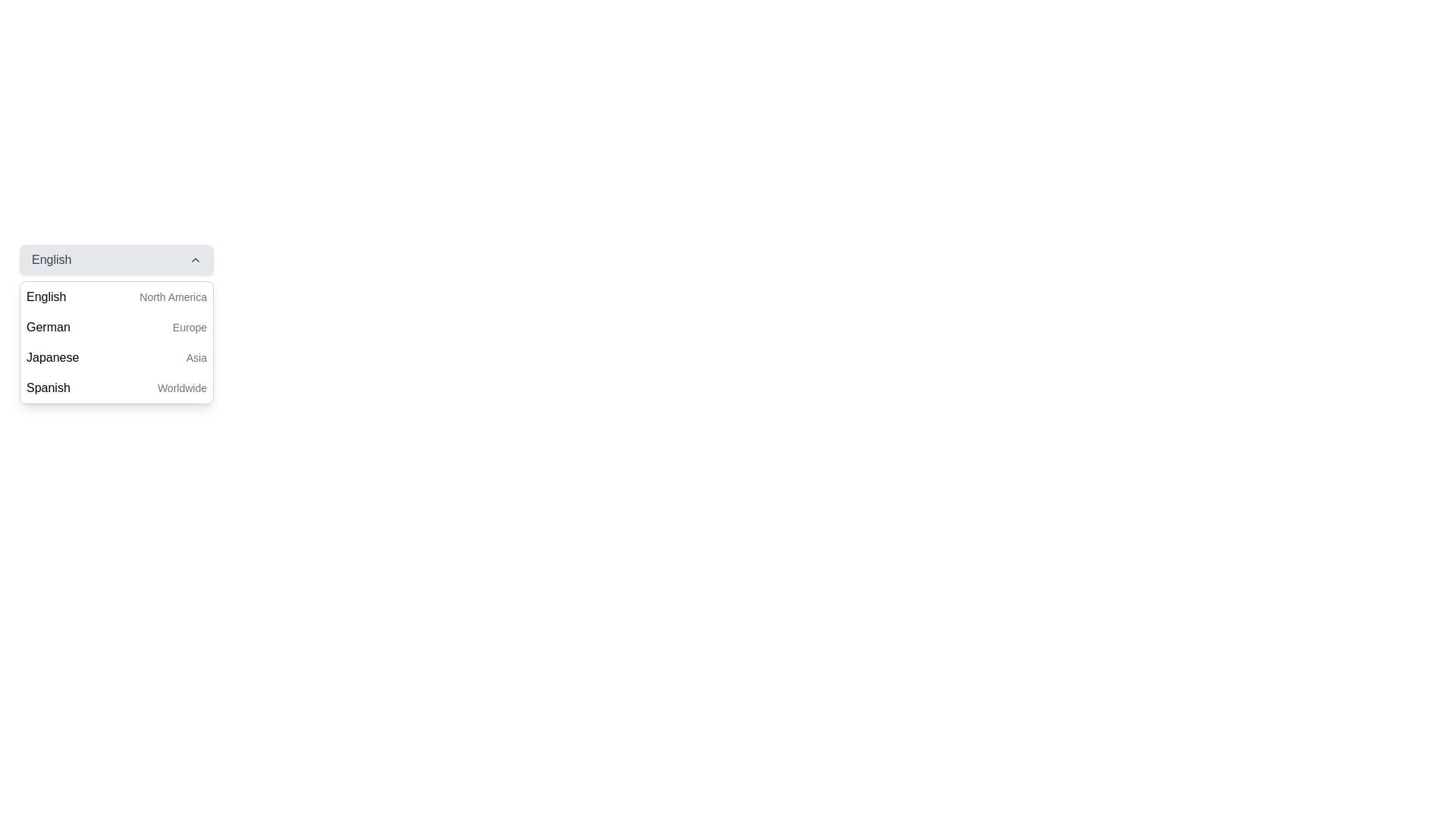 This screenshot has width=1456, height=819. I want to click on the text label displaying 'English' in black, so click(46, 297).